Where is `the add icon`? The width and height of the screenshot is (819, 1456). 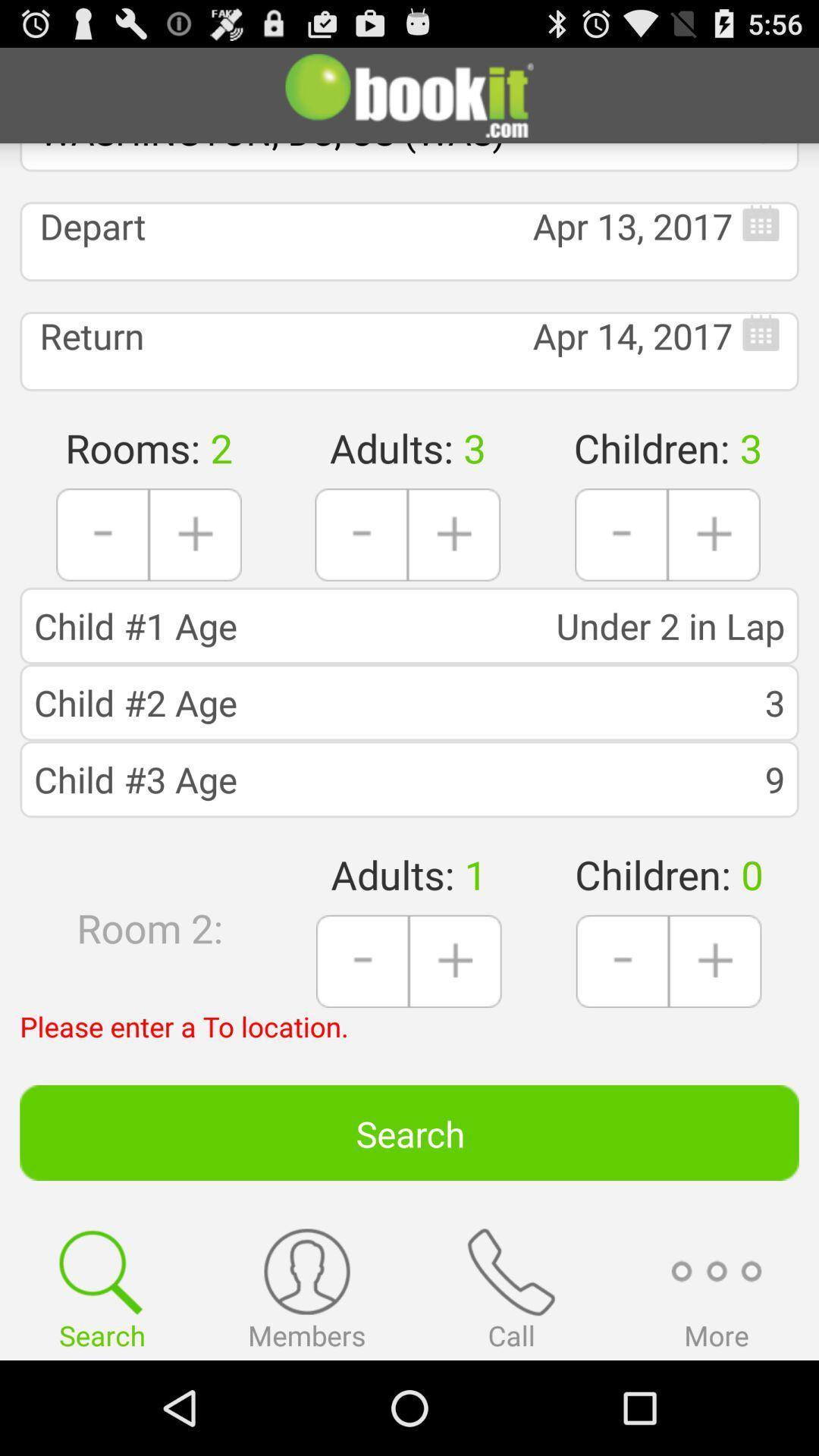
the add icon is located at coordinates (194, 571).